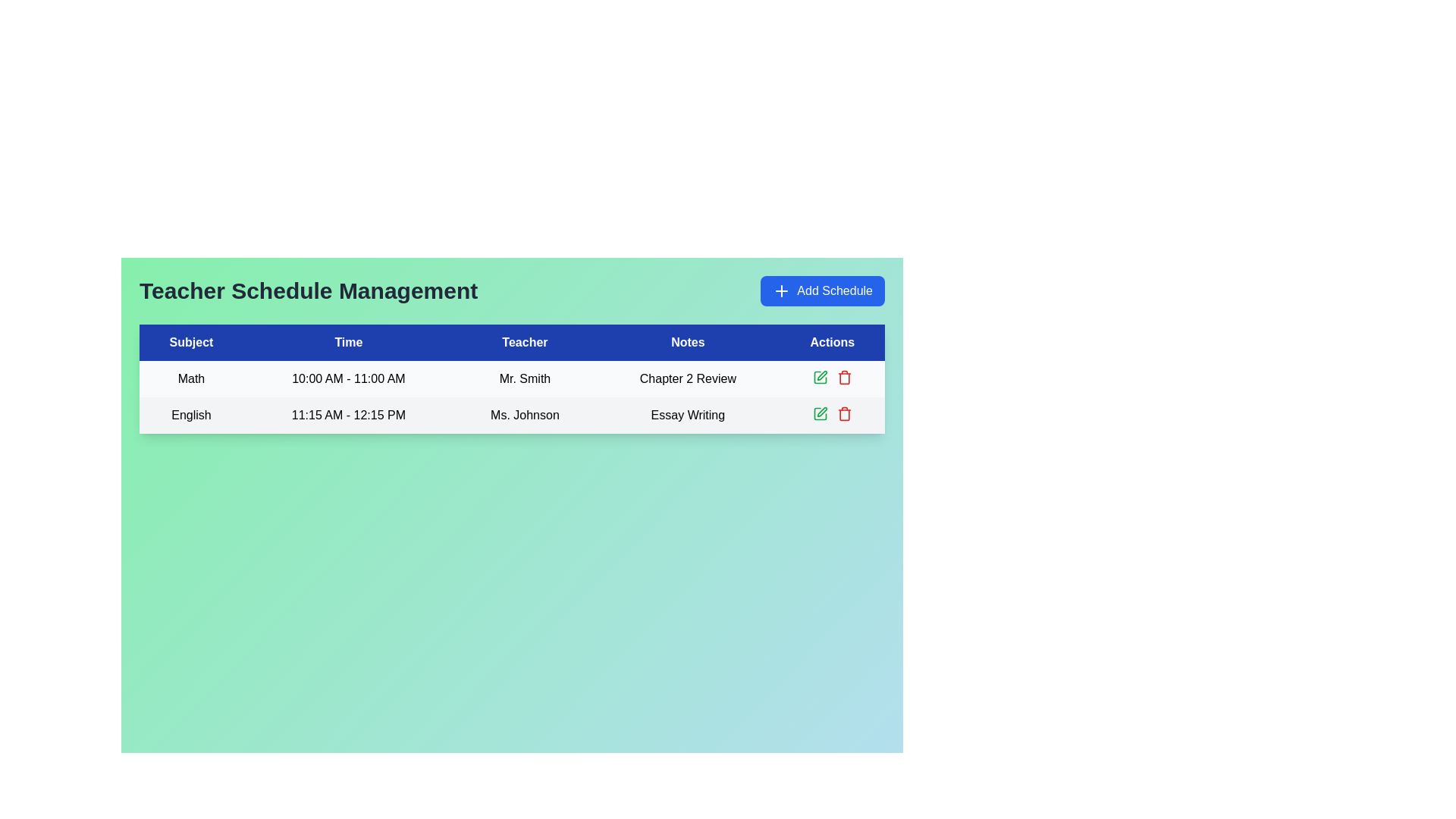 The image size is (1456, 819). What do you see at coordinates (821, 412) in the screenshot?
I see `the SVG icon resembling a pen in the 'Actions' column of the second row to initiate the edit action` at bounding box center [821, 412].